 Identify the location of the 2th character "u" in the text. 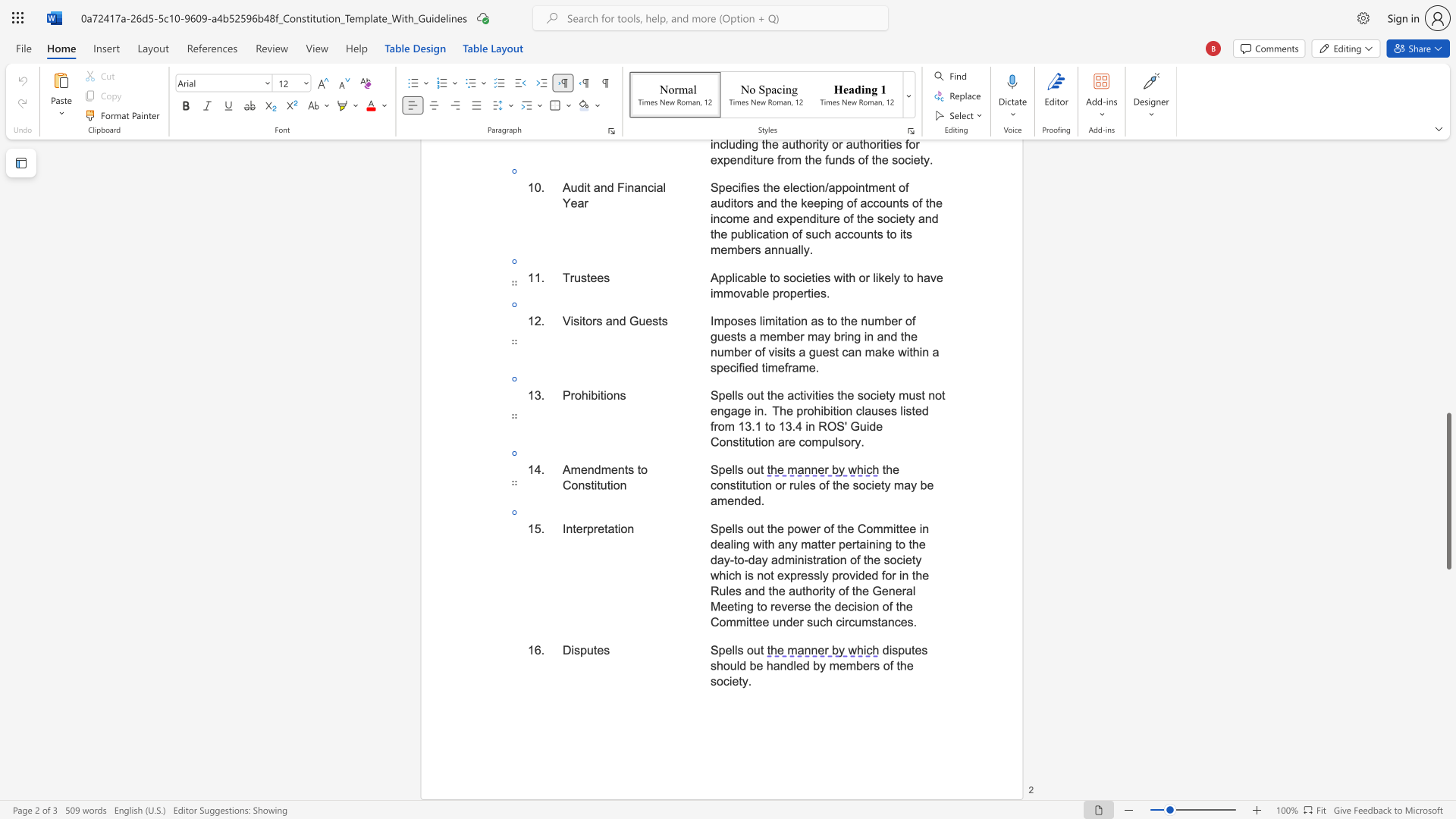
(795, 485).